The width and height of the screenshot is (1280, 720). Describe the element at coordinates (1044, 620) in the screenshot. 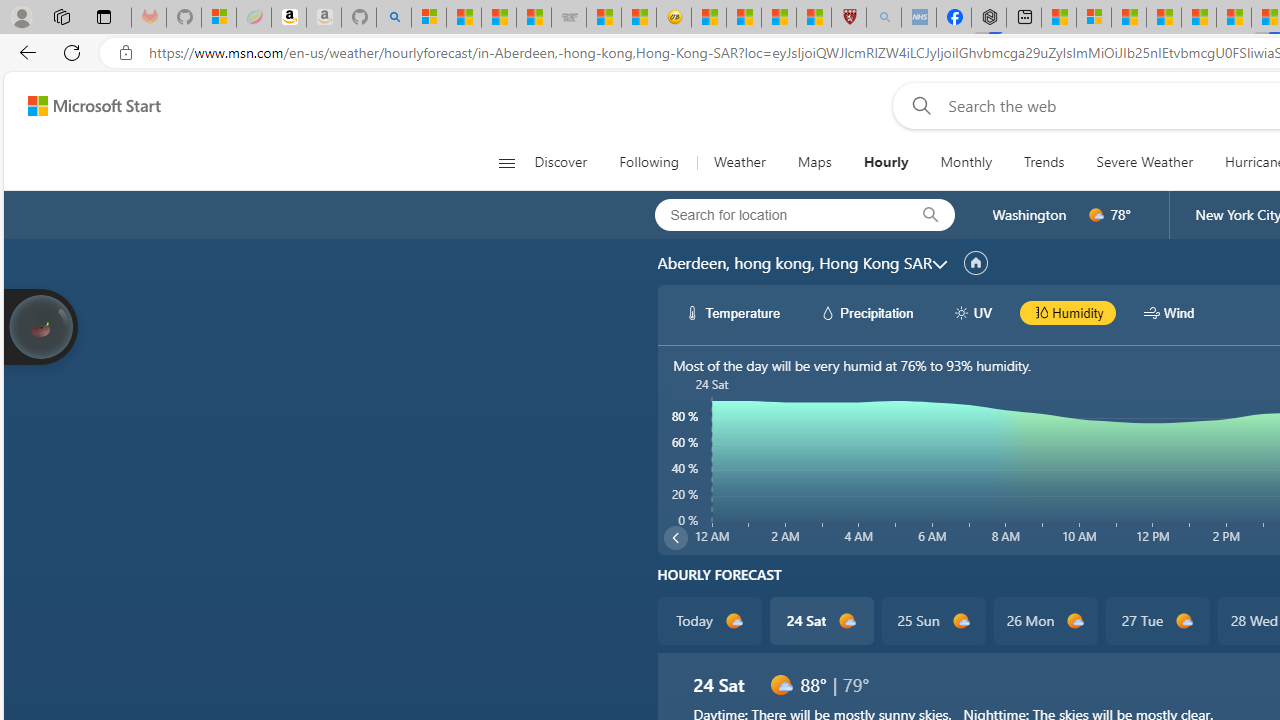

I see `'26 Mon d1000'` at that location.